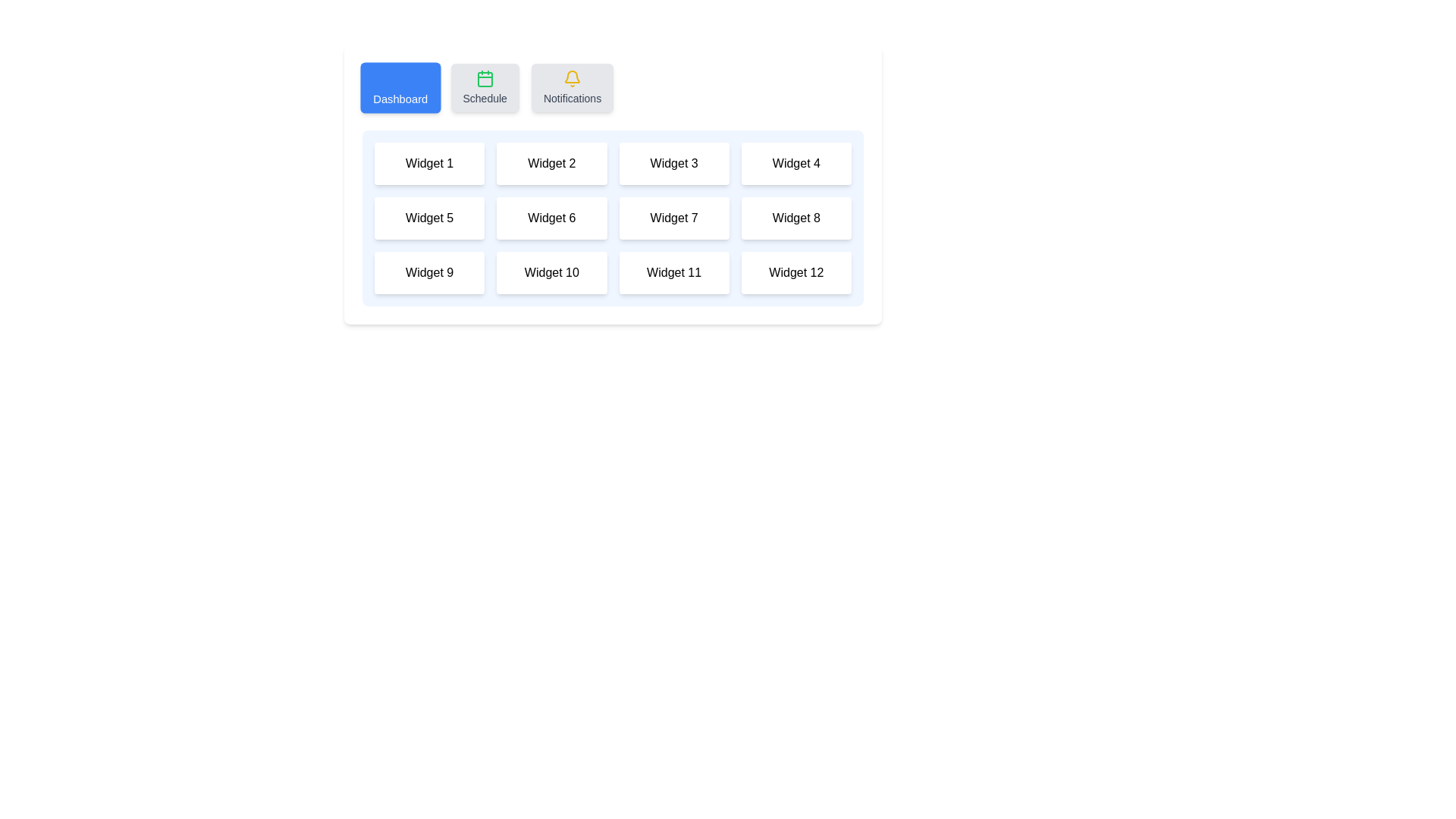 This screenshot has width=1456, height=819. Describe the element at coordinates (400, 87) in the screenshot. I see `the tab labeled Dashboard to preview its appearance` at that location.